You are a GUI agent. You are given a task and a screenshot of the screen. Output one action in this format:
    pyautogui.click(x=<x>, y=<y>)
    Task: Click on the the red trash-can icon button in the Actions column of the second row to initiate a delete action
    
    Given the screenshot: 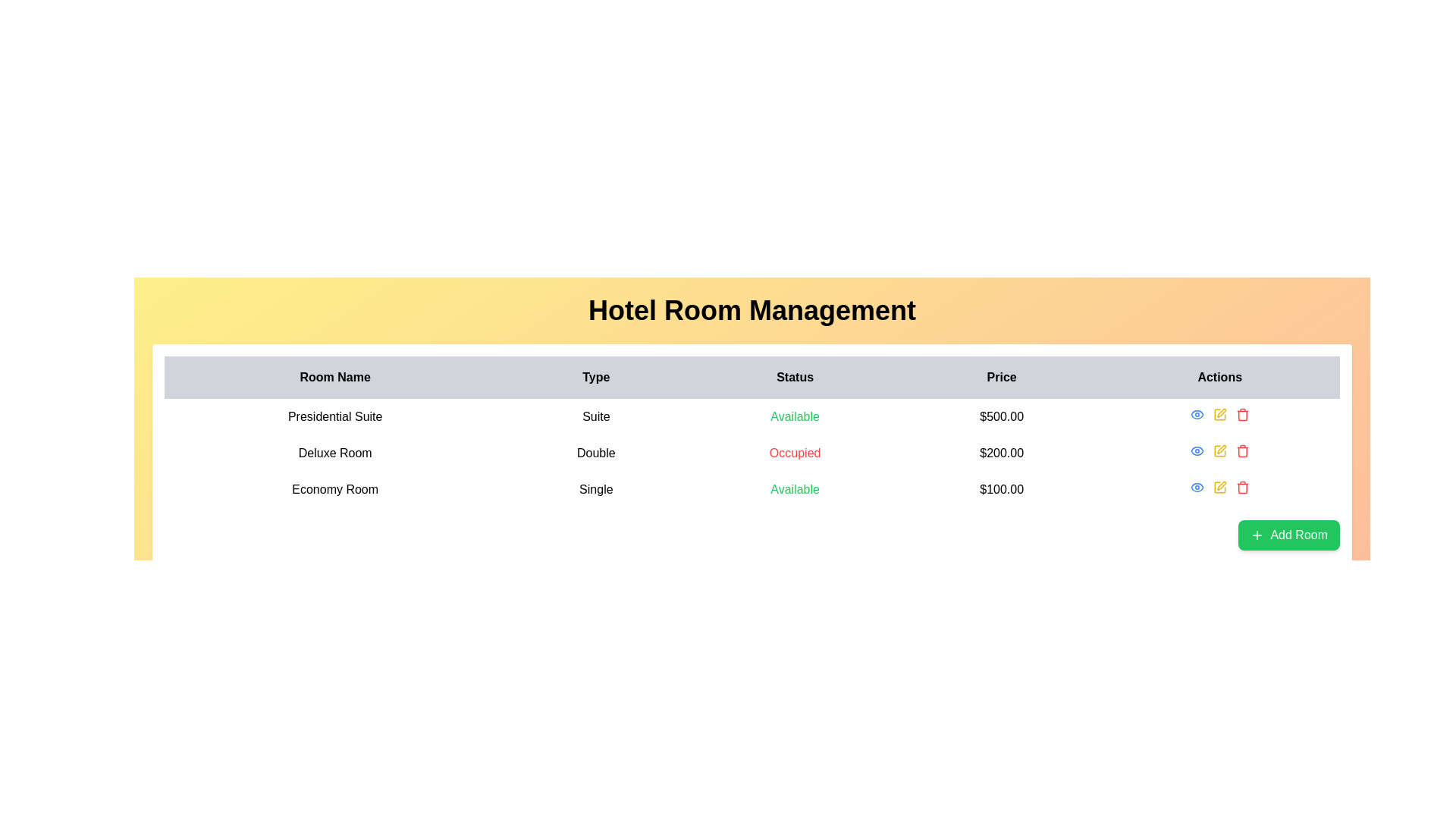 What is the action you would take?
    pyautogui.click(x=1241, y=450)
    